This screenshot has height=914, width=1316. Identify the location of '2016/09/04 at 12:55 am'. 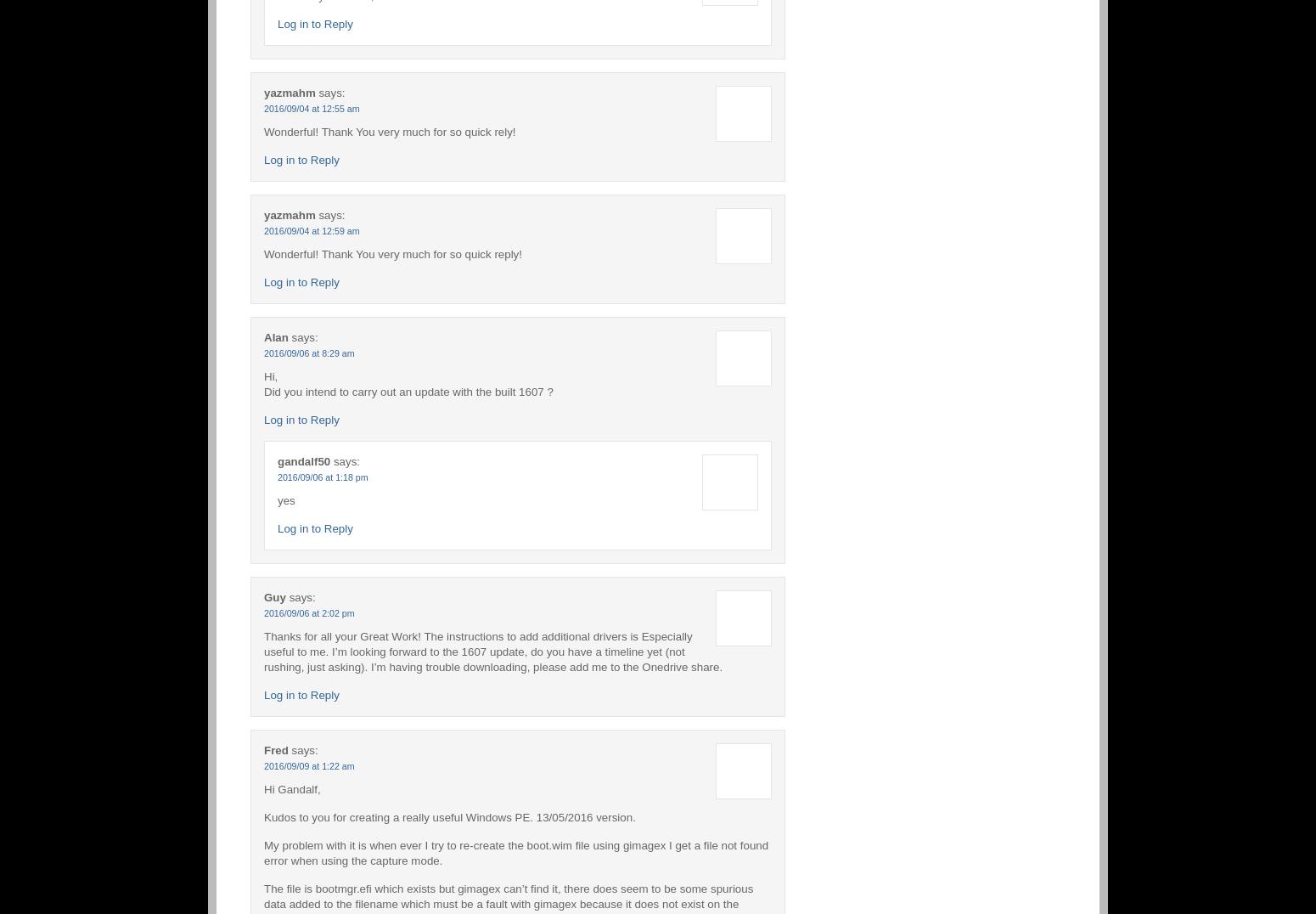
(311, 106).